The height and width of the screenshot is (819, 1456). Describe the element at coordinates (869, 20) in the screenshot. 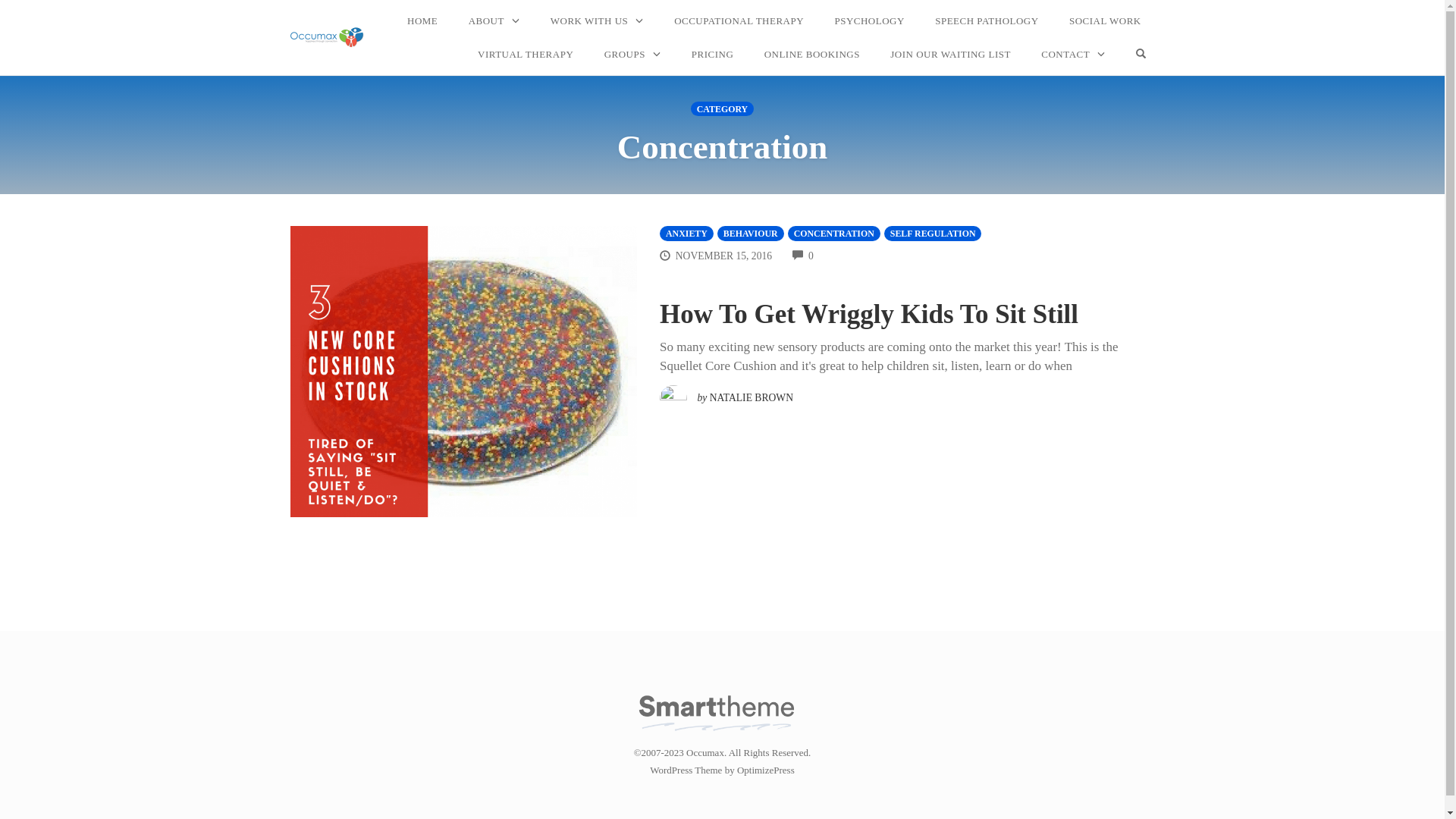

I see `'PSYCHOLOGY'` at that location.